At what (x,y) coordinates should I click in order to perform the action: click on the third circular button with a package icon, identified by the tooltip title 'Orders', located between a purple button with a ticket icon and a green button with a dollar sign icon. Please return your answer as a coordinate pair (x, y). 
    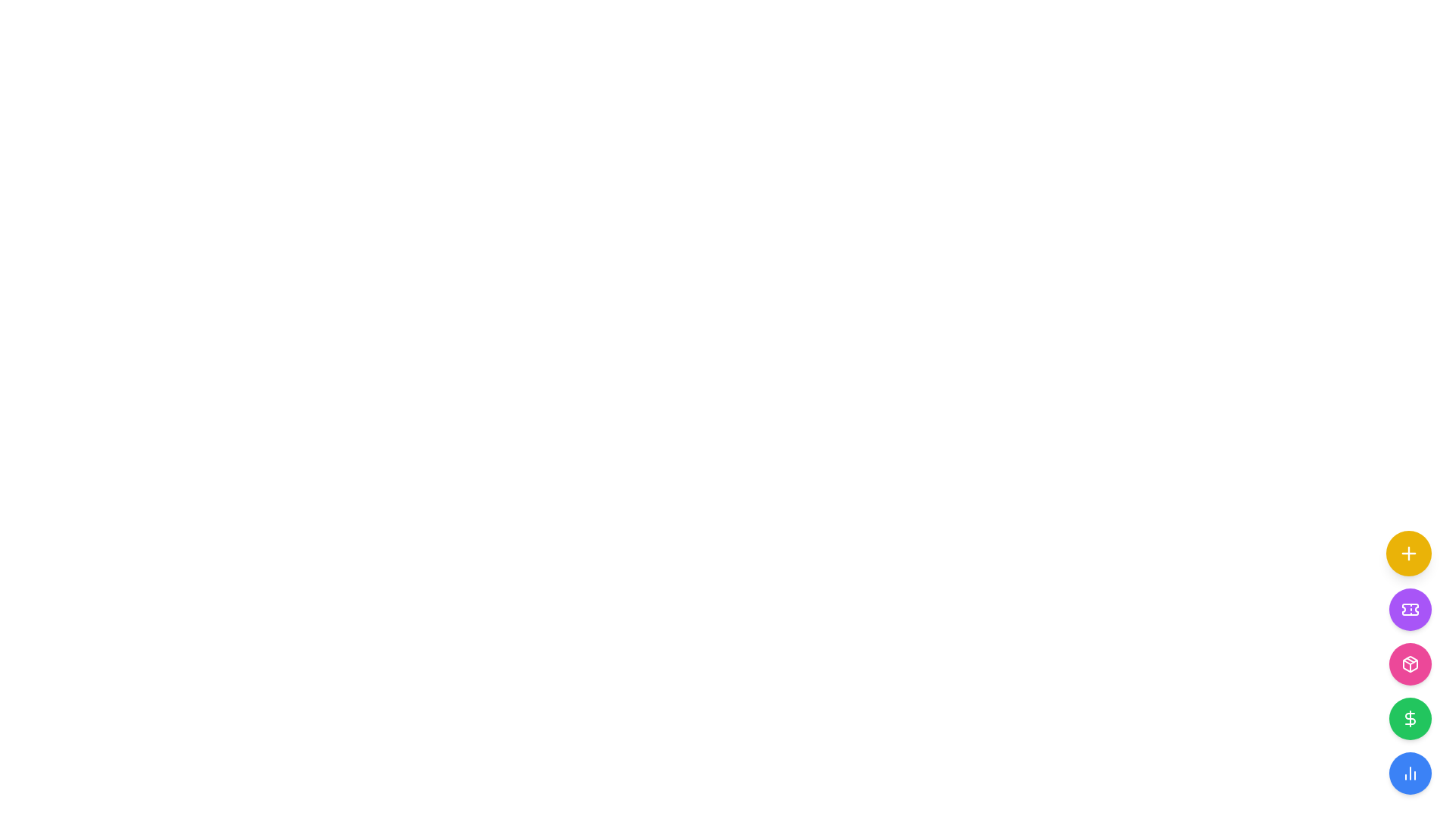
    Looking at the image, I should click on (1410, 663).